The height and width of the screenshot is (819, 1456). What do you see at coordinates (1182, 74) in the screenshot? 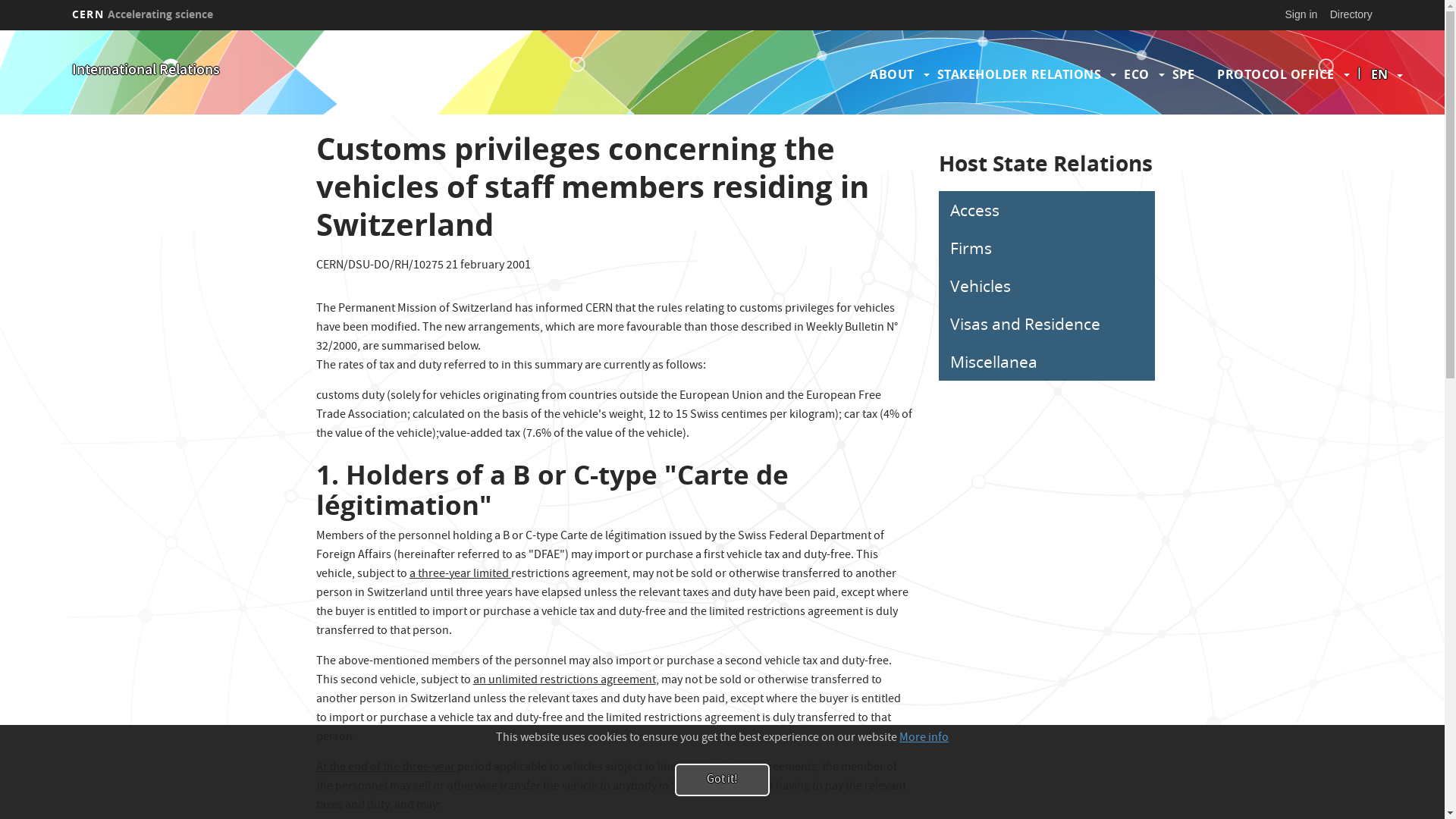
I see `'SPE'` at bounding box center [1182, 74].